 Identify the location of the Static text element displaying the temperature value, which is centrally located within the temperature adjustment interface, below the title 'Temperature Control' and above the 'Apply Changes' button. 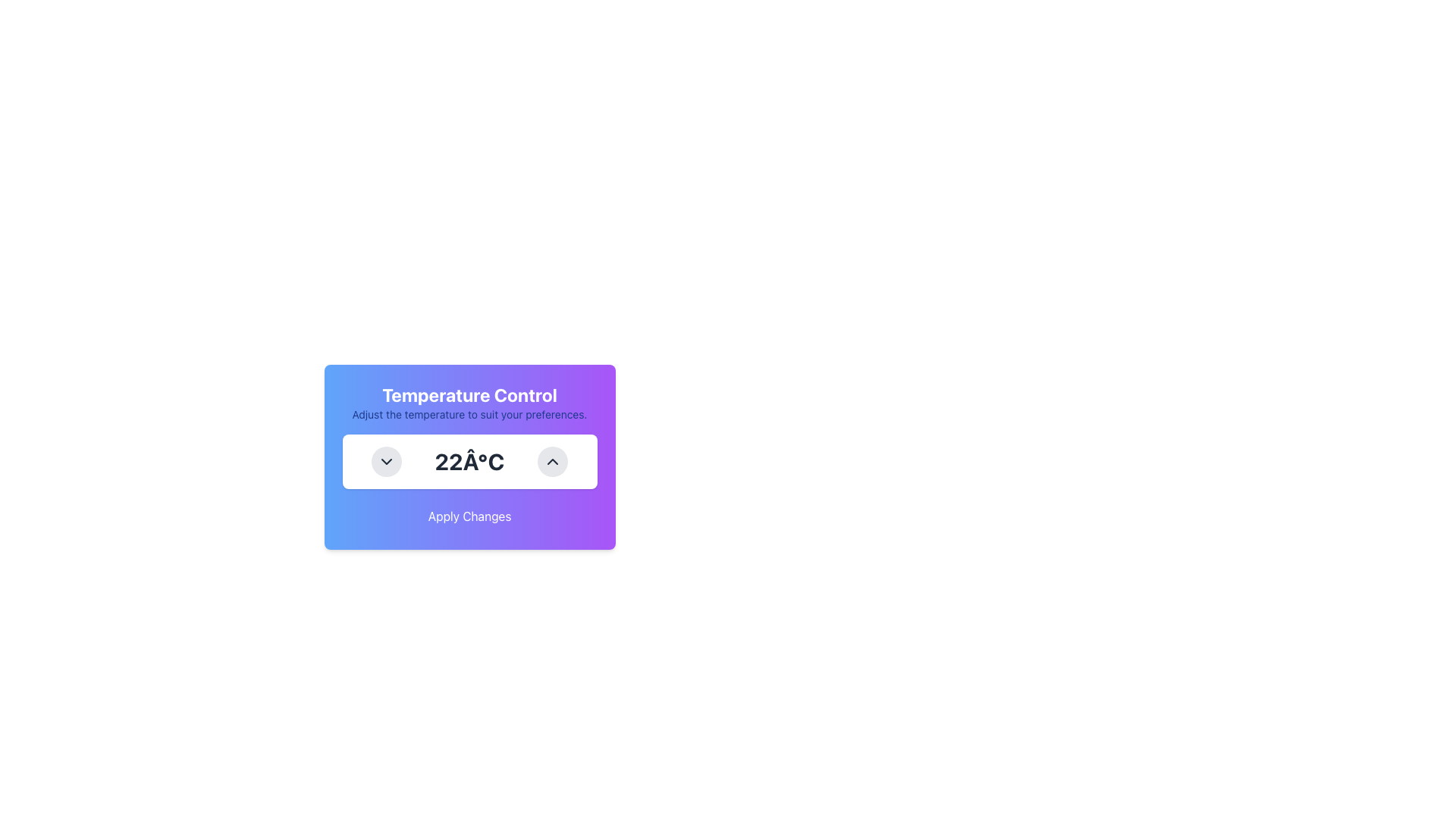
(469, 461).